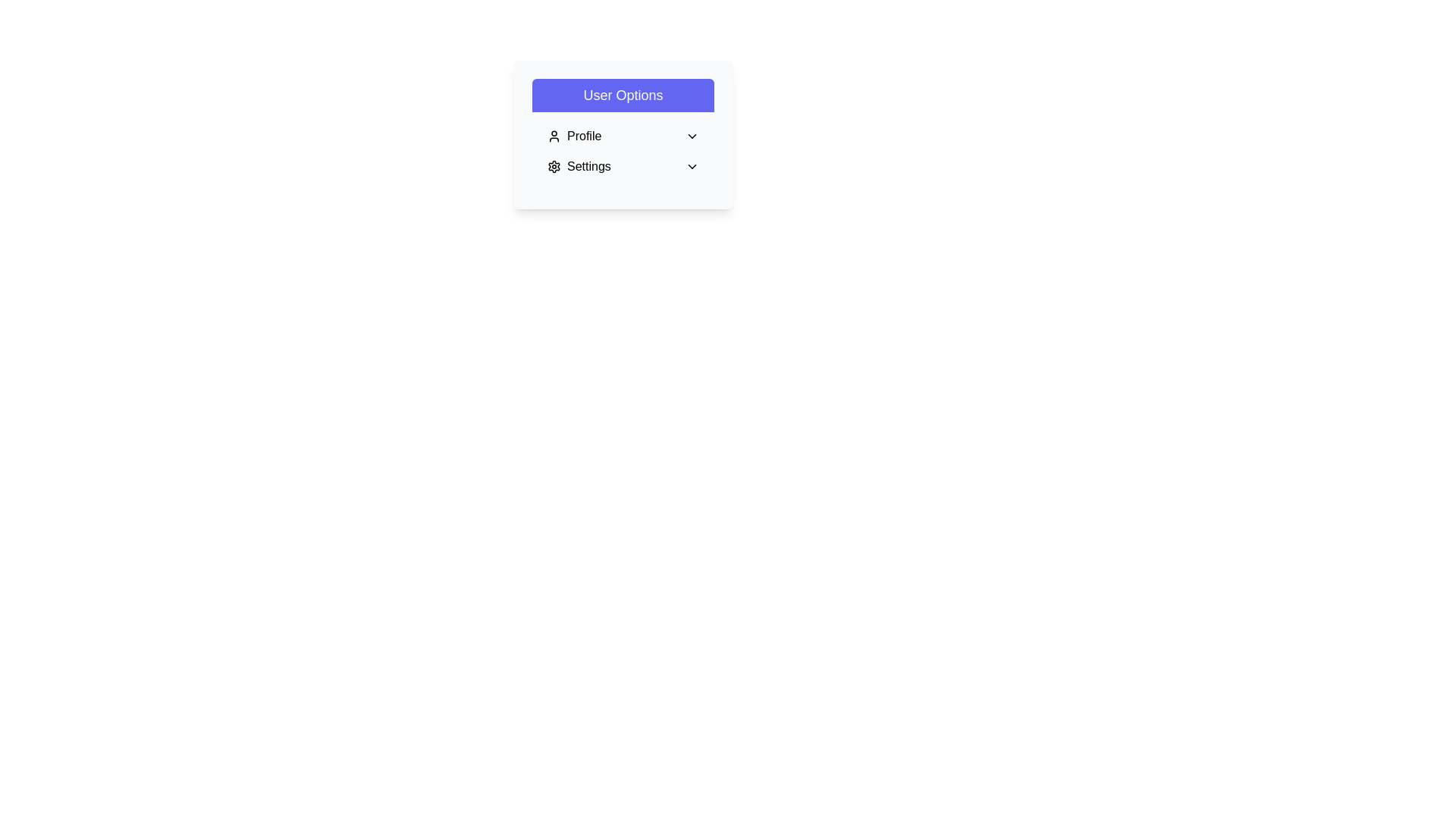  What do you see at coordinates (553, 166) in the screenshot?
I see `the 'Settings' icon located in the 'User Options' menu` at bounding box center [553, 166].